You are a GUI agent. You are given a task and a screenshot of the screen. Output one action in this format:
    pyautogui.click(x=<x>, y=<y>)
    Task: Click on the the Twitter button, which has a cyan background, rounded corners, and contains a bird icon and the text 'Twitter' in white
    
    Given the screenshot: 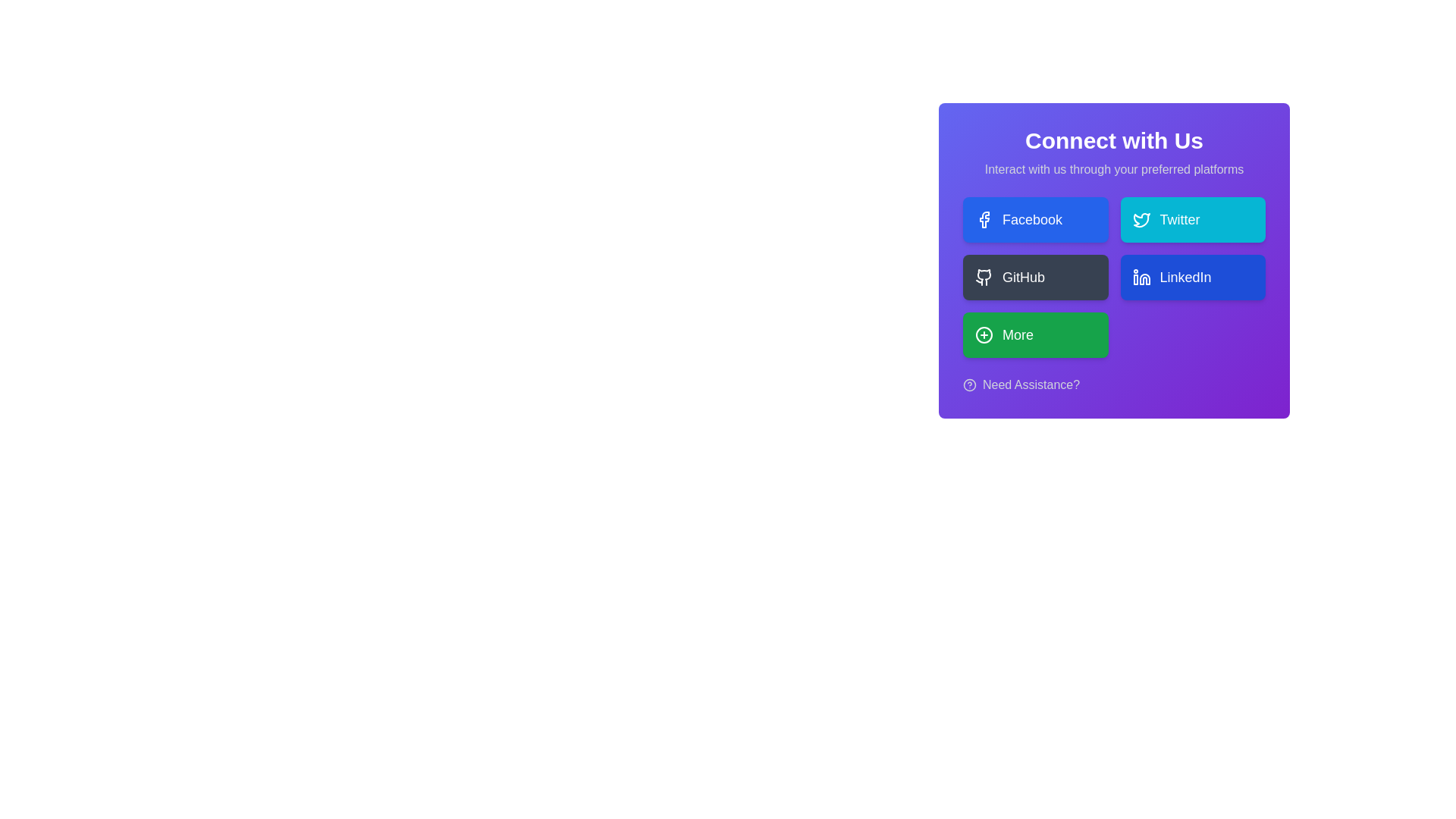 What is the action you would take?
    pyautogui.click(x=1192, y=219)
    